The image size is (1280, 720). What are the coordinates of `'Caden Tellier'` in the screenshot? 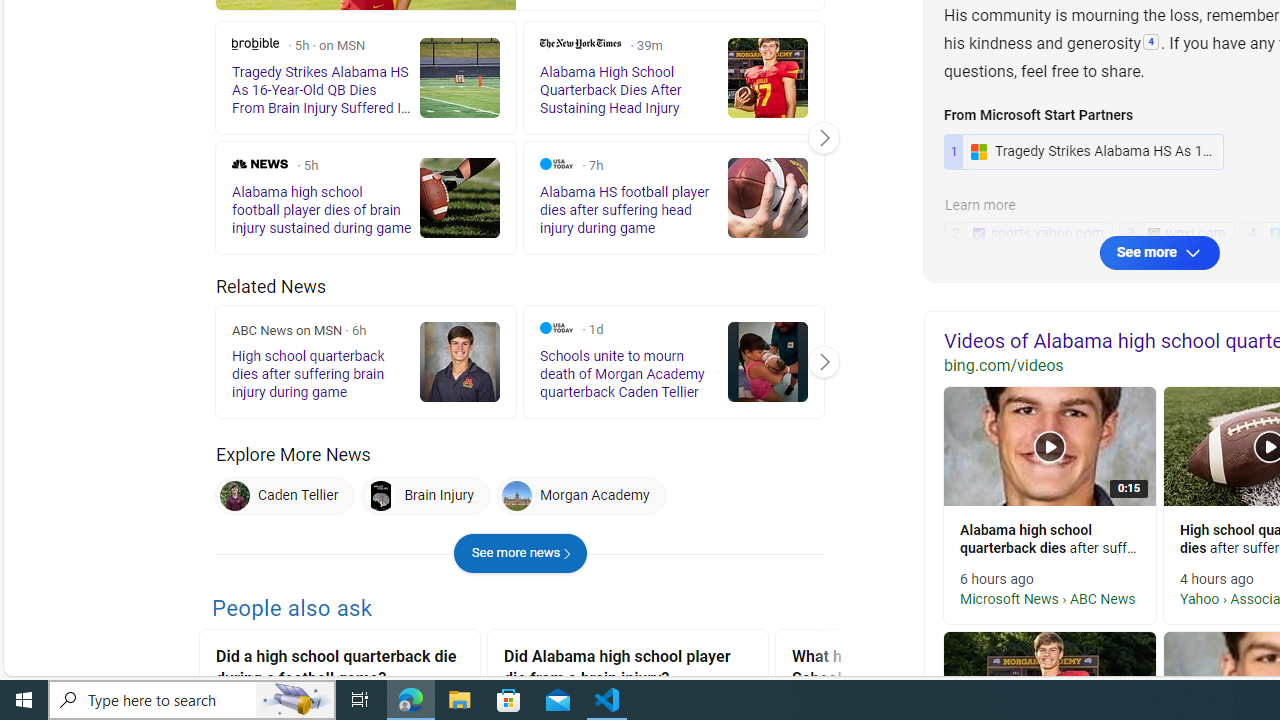 It's located at (284, 495).